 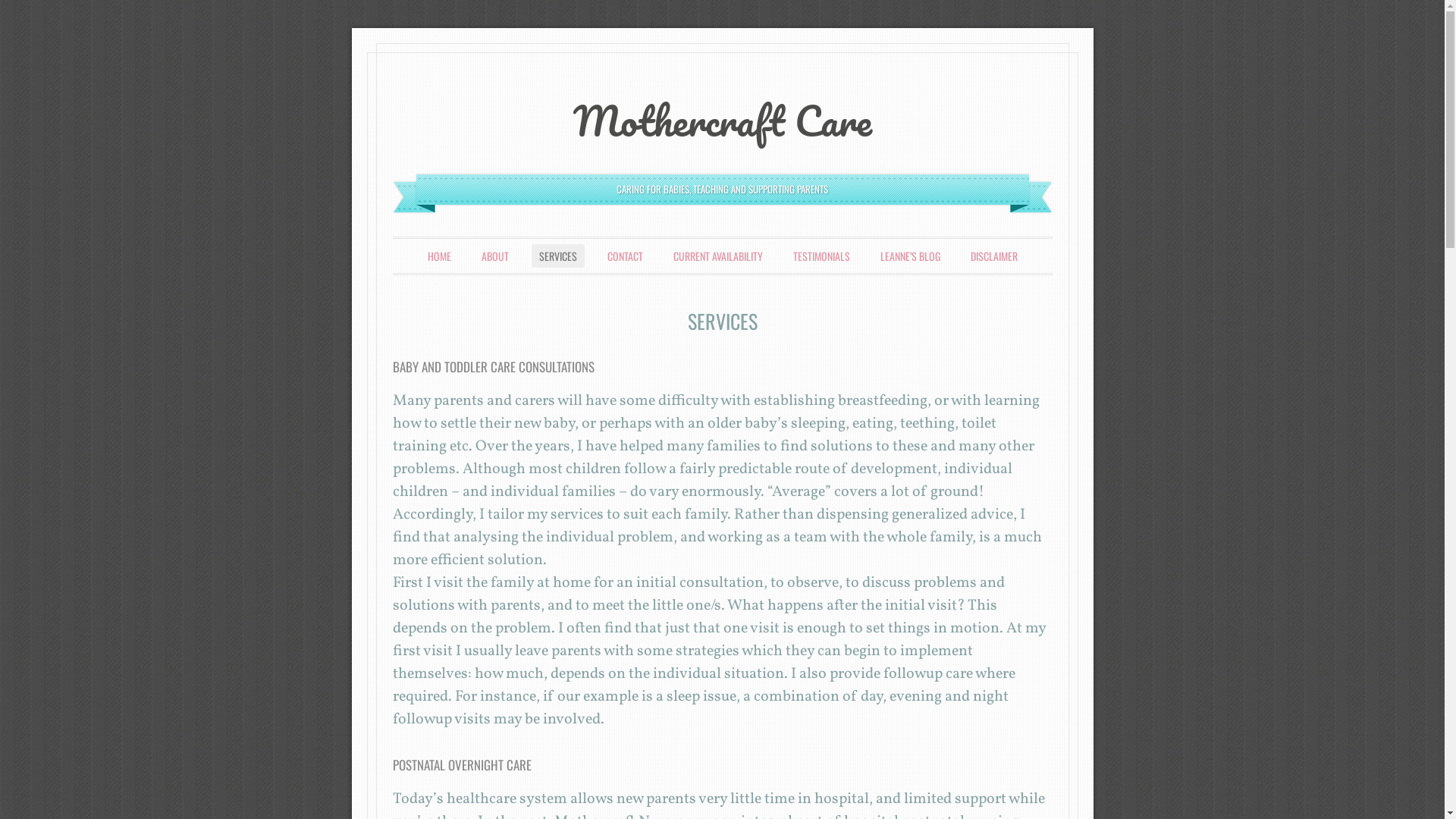 I want to click on 'DISCLAIMER', so click(x=993, y=255).